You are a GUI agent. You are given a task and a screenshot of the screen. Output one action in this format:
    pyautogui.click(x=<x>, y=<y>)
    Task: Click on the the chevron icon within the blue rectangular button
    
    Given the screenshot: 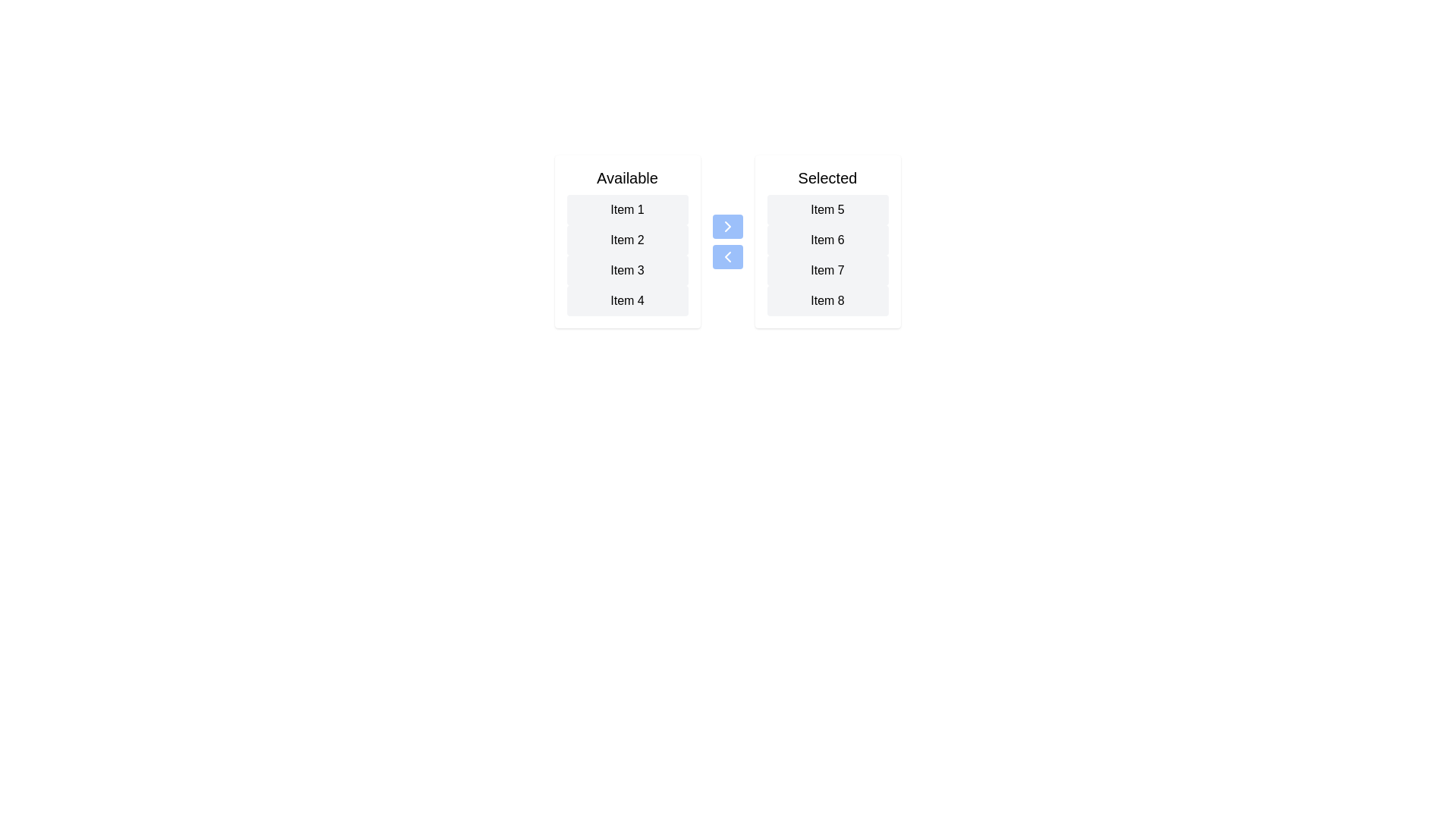 What is the action you would take?
    pyautogui.click(x=726, y=227)
    